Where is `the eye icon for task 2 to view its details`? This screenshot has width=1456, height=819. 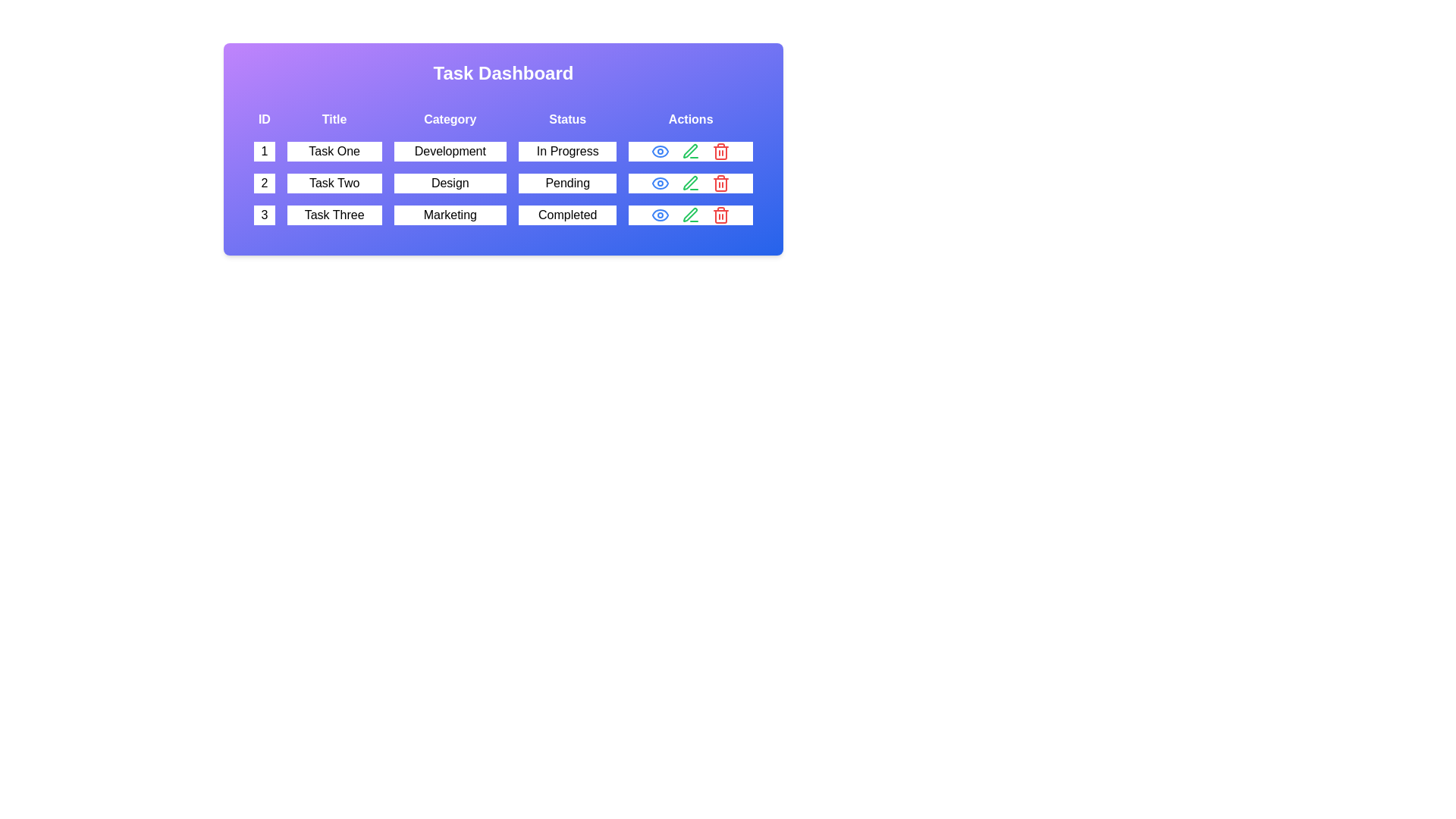 the eye icon for task 2 to view its details is located at coordinates (661, 183).